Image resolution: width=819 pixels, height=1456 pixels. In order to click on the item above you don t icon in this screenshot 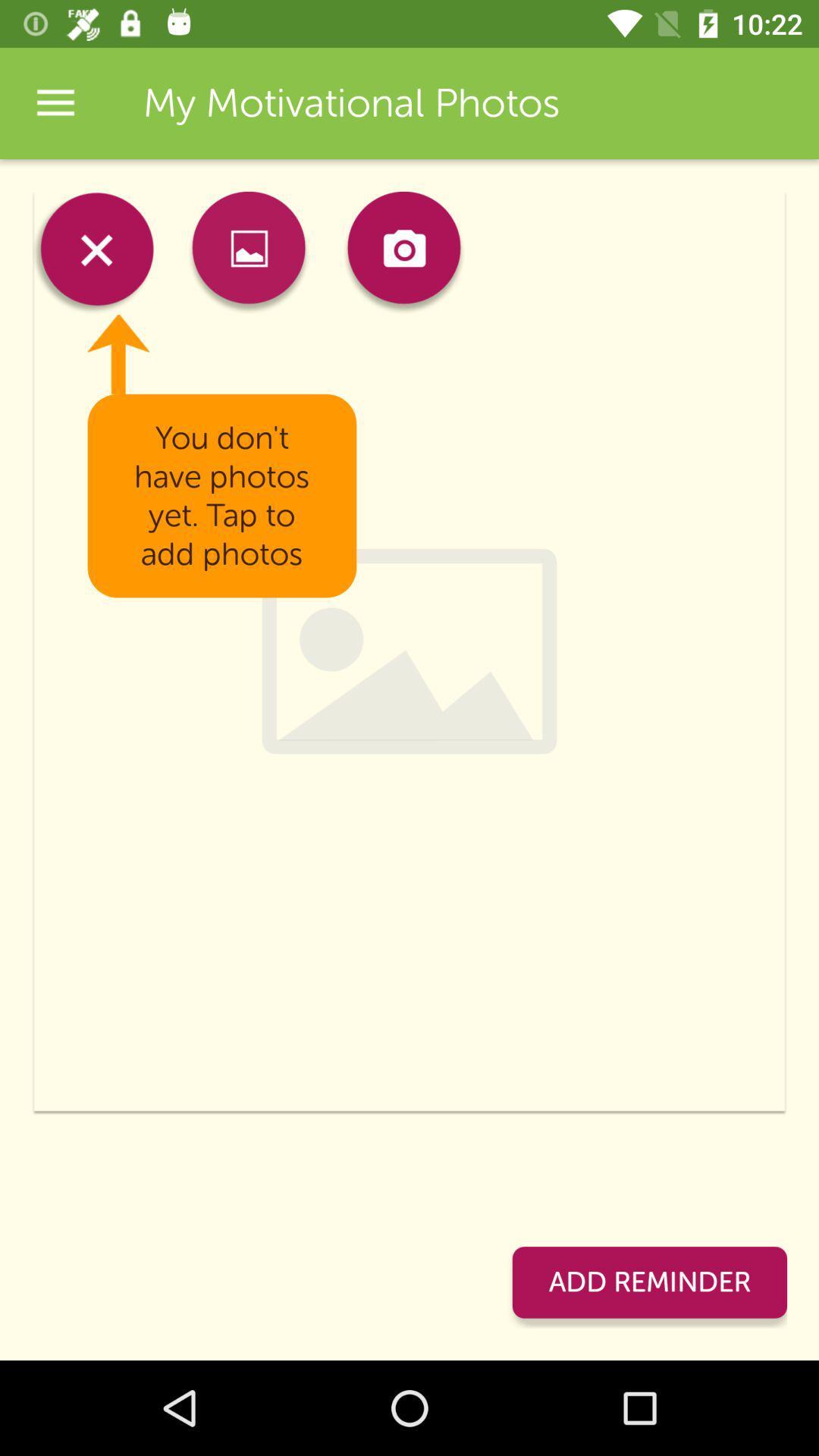, I will do `click(403, 253)`.